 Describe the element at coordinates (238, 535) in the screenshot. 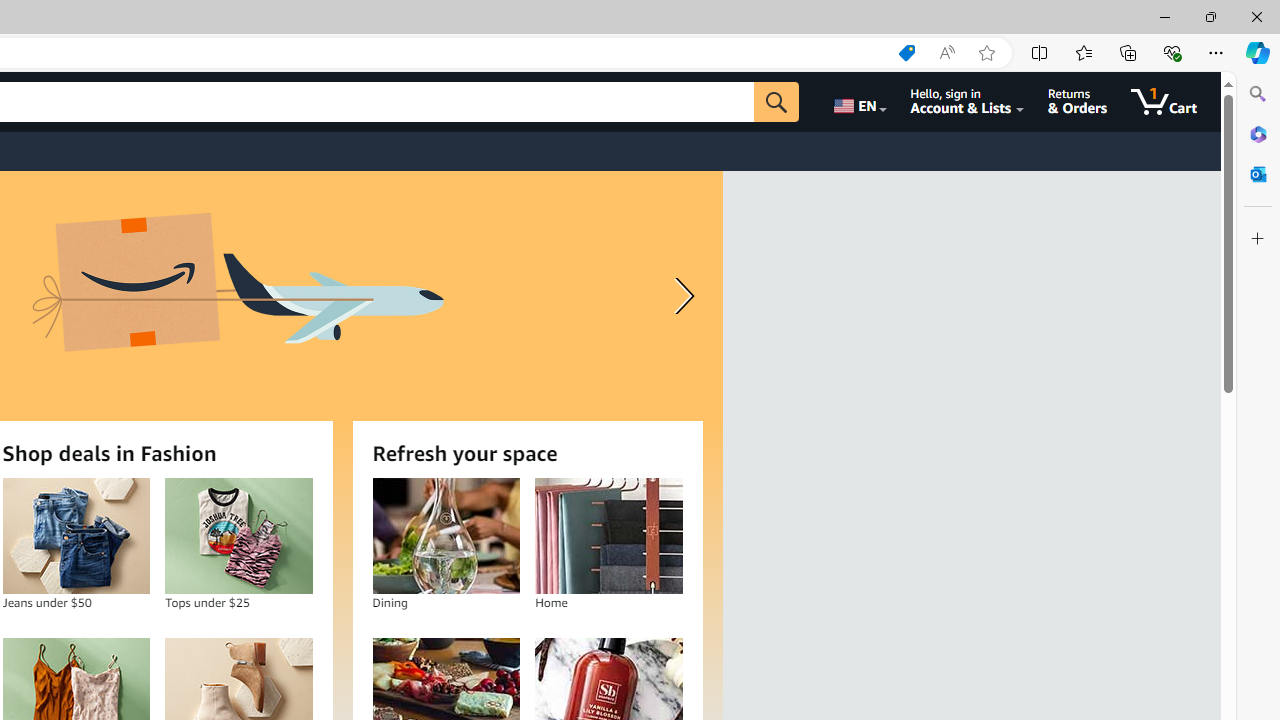

I see `'Tops under $25'` at that location.